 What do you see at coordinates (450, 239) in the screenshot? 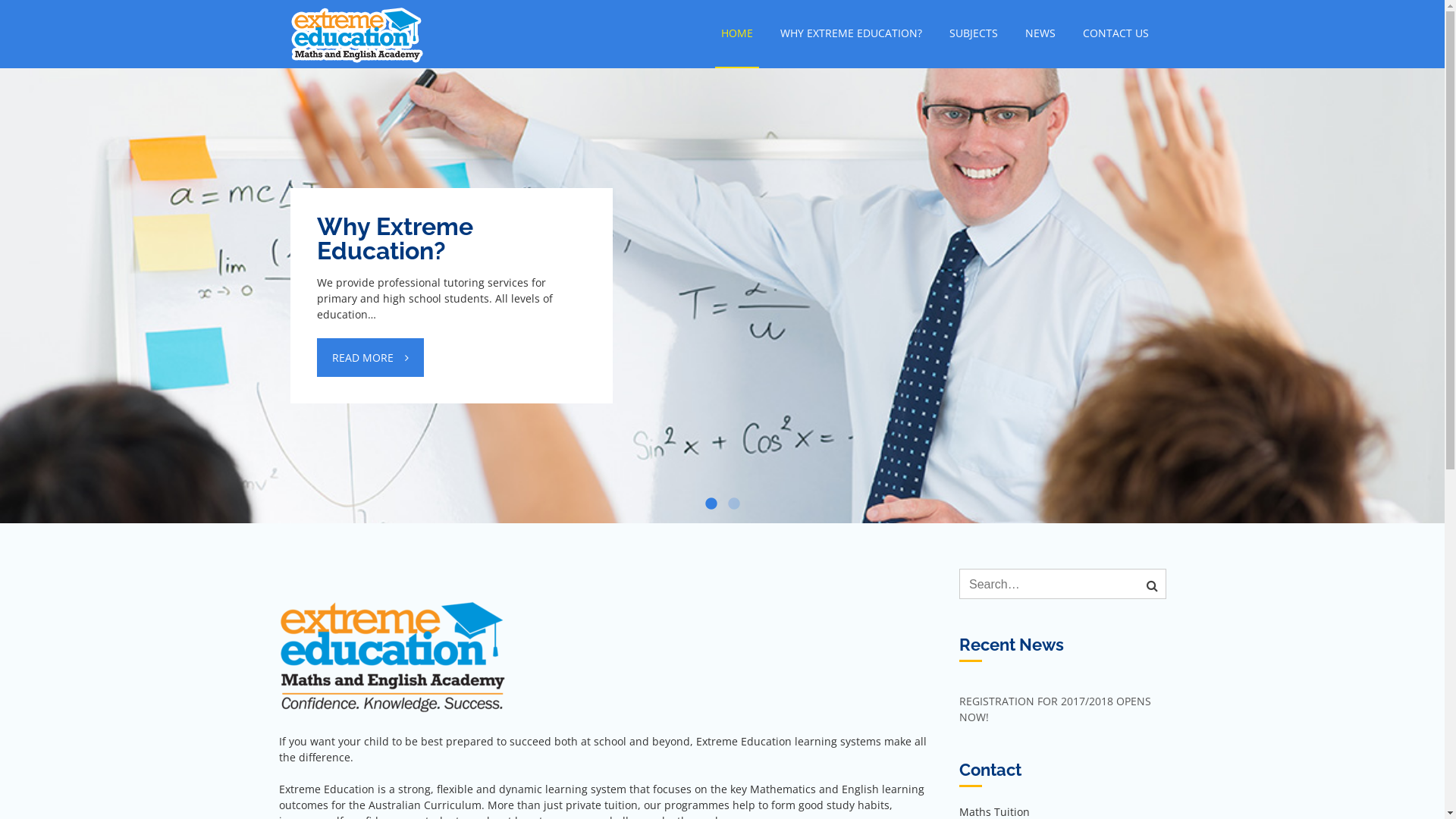
I see `'Why Extreme Education?'` at bounding box center [450, 239].